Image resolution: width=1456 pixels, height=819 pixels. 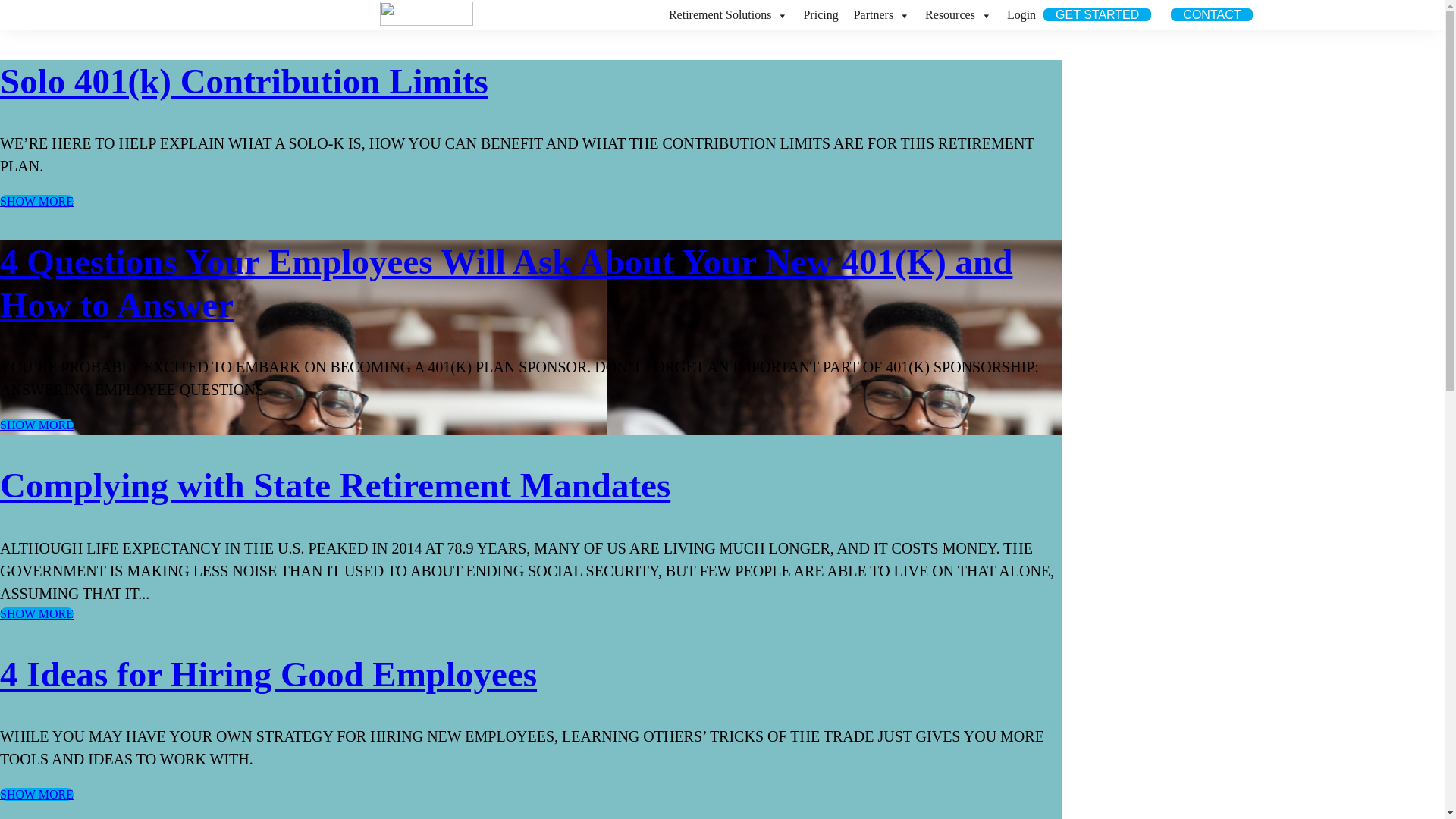 I want to click on 'Partners', so click(x=881, y=14).